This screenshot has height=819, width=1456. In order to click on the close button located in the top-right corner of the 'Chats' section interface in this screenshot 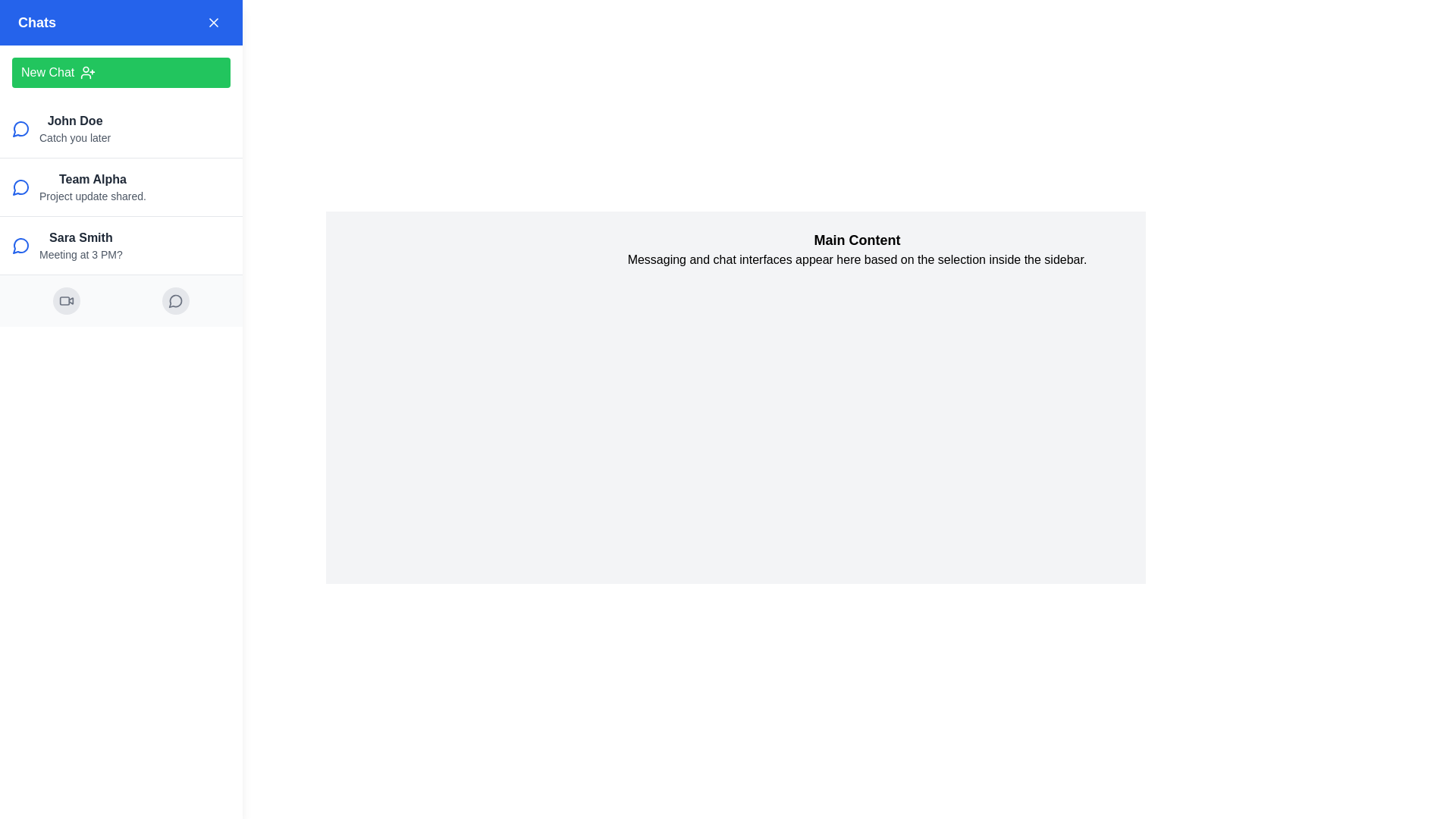, I will do `click(213, 23)`.